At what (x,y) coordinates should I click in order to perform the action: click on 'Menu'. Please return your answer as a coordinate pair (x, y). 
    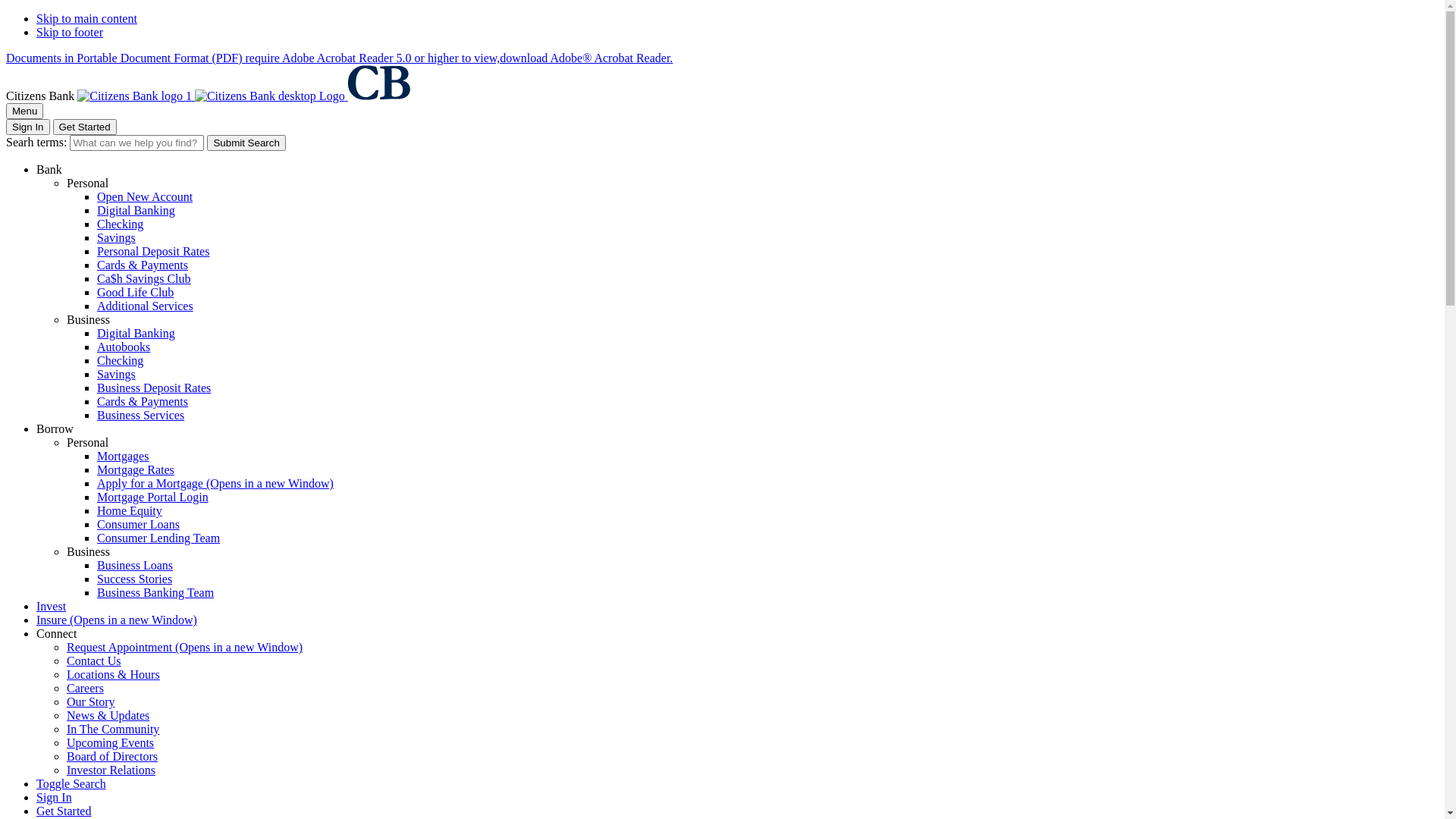
    Looking at the image, I should click on (24, 110).